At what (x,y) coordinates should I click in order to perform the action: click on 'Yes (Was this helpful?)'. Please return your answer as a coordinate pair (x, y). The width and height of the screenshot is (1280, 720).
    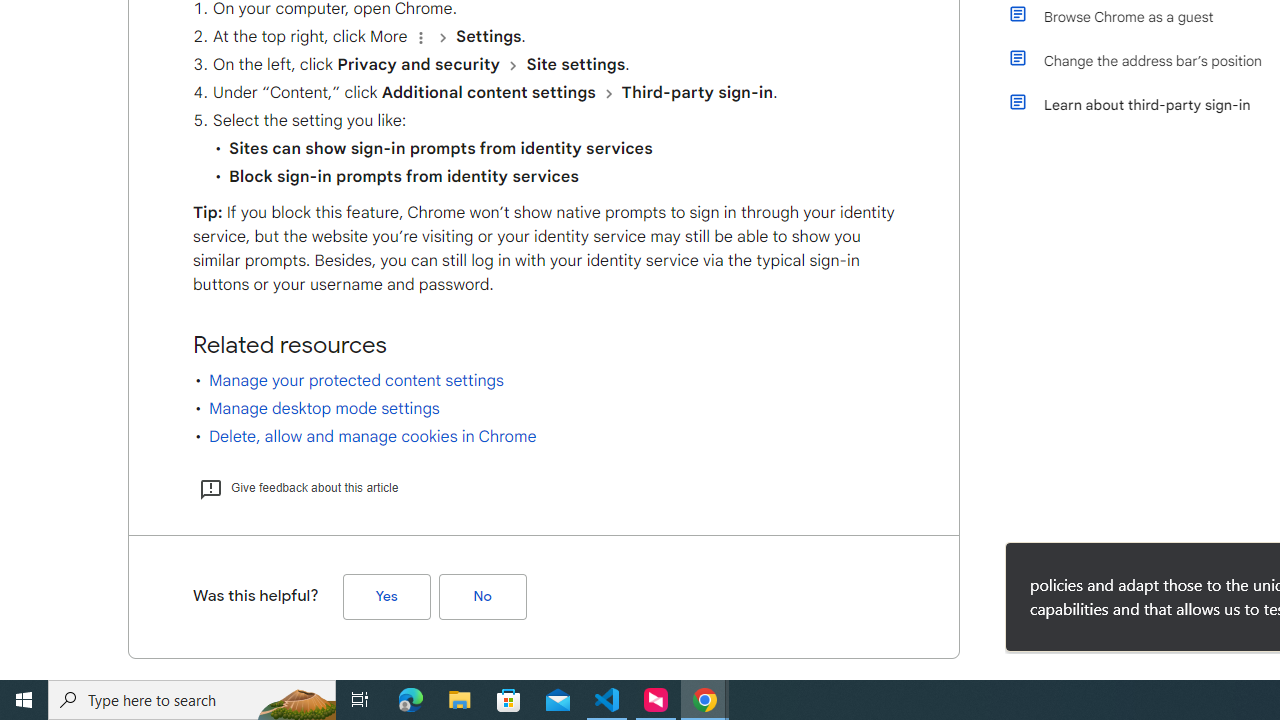
    Looking at the image, I should click on (386, 595).